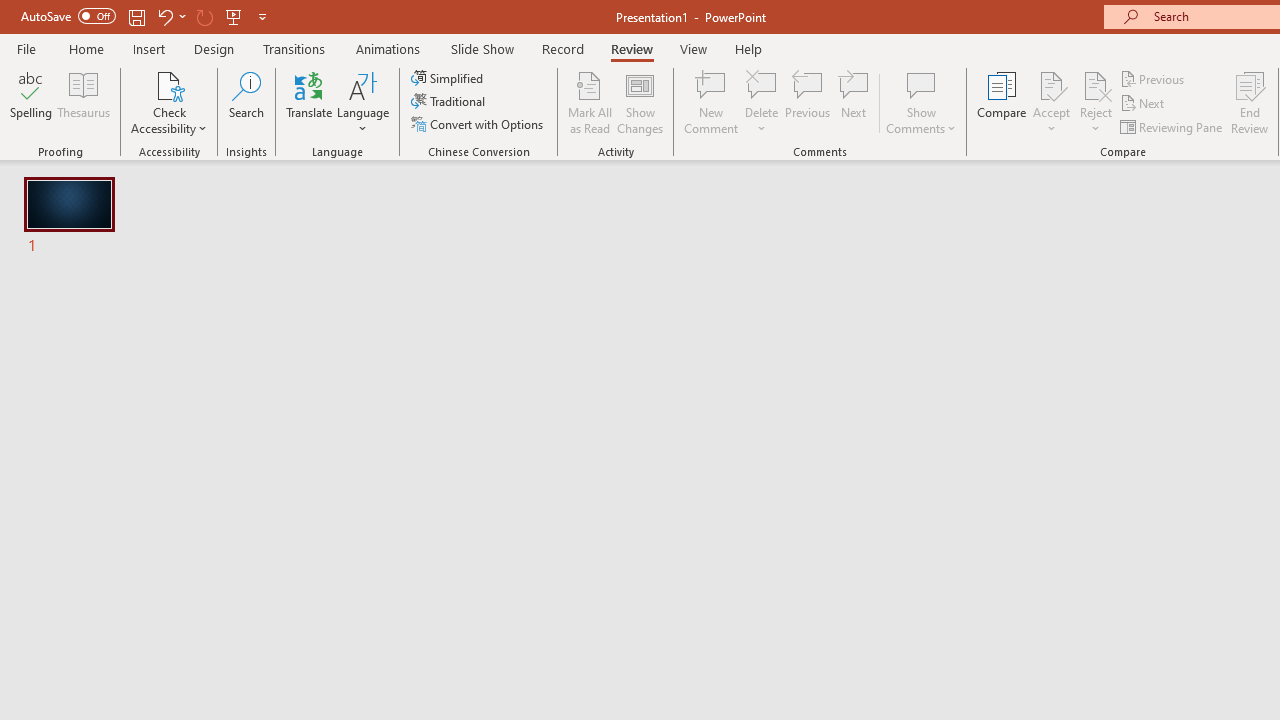  Describe the element at coordinates (1050, 103) in the screenshot. I see `'Accept'` at that location.